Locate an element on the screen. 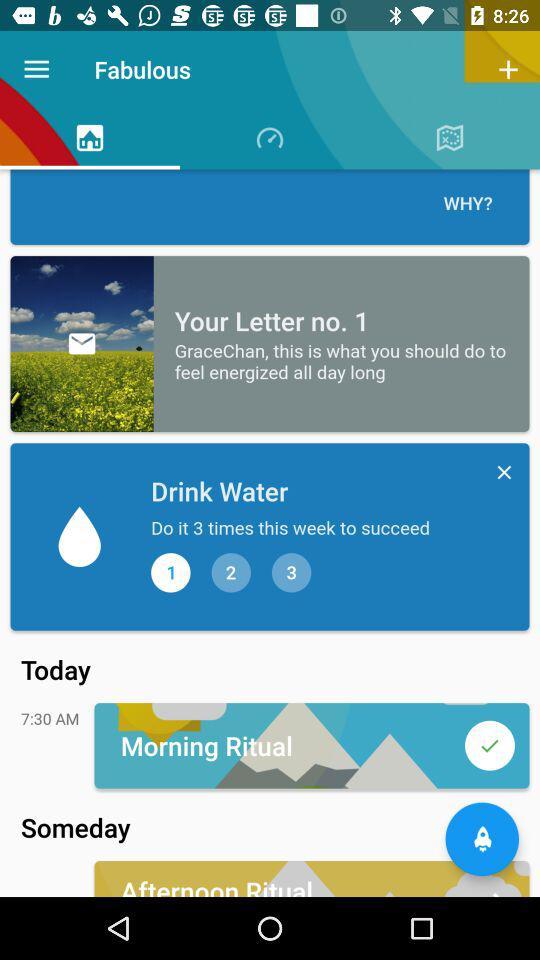 Image resolution: width=540 pixels, height=960 pixels. the notifications icon is located at coordinates (481, 839).